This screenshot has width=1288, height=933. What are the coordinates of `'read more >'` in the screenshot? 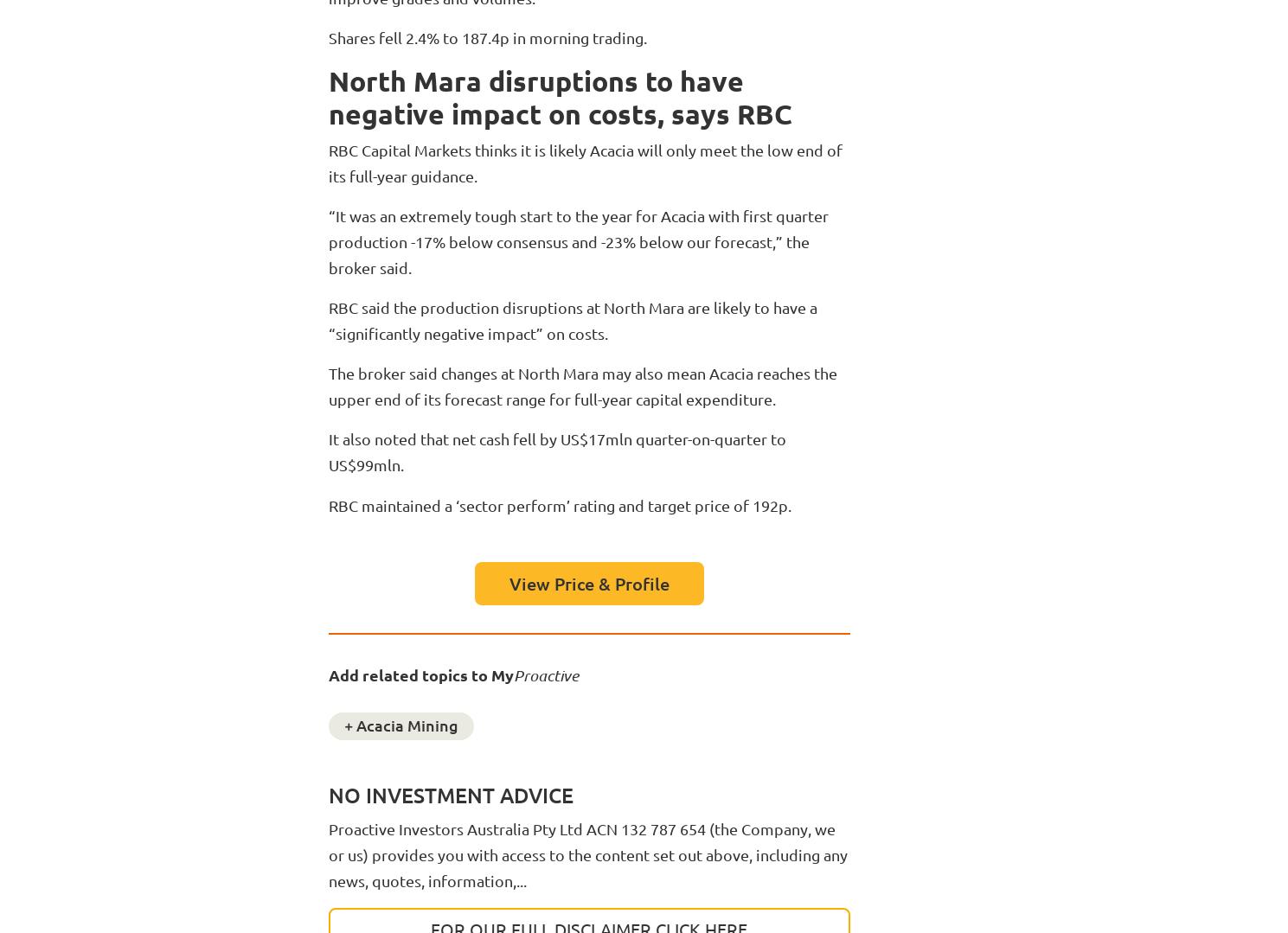 It's located at (202, 898).